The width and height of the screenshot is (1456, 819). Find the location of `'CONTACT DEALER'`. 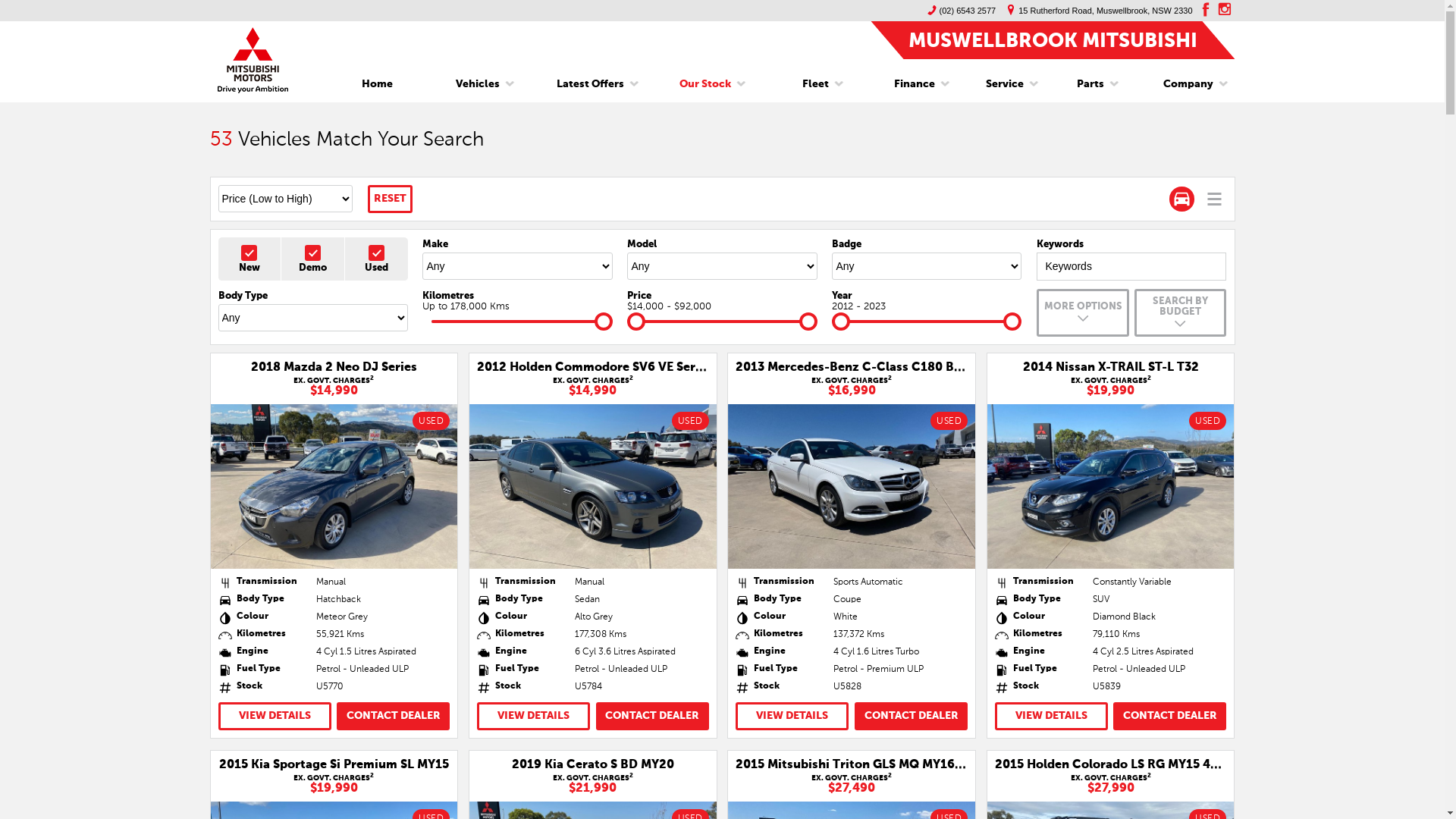

'CONTACT DEALER' is located at coordinates (393, 716).